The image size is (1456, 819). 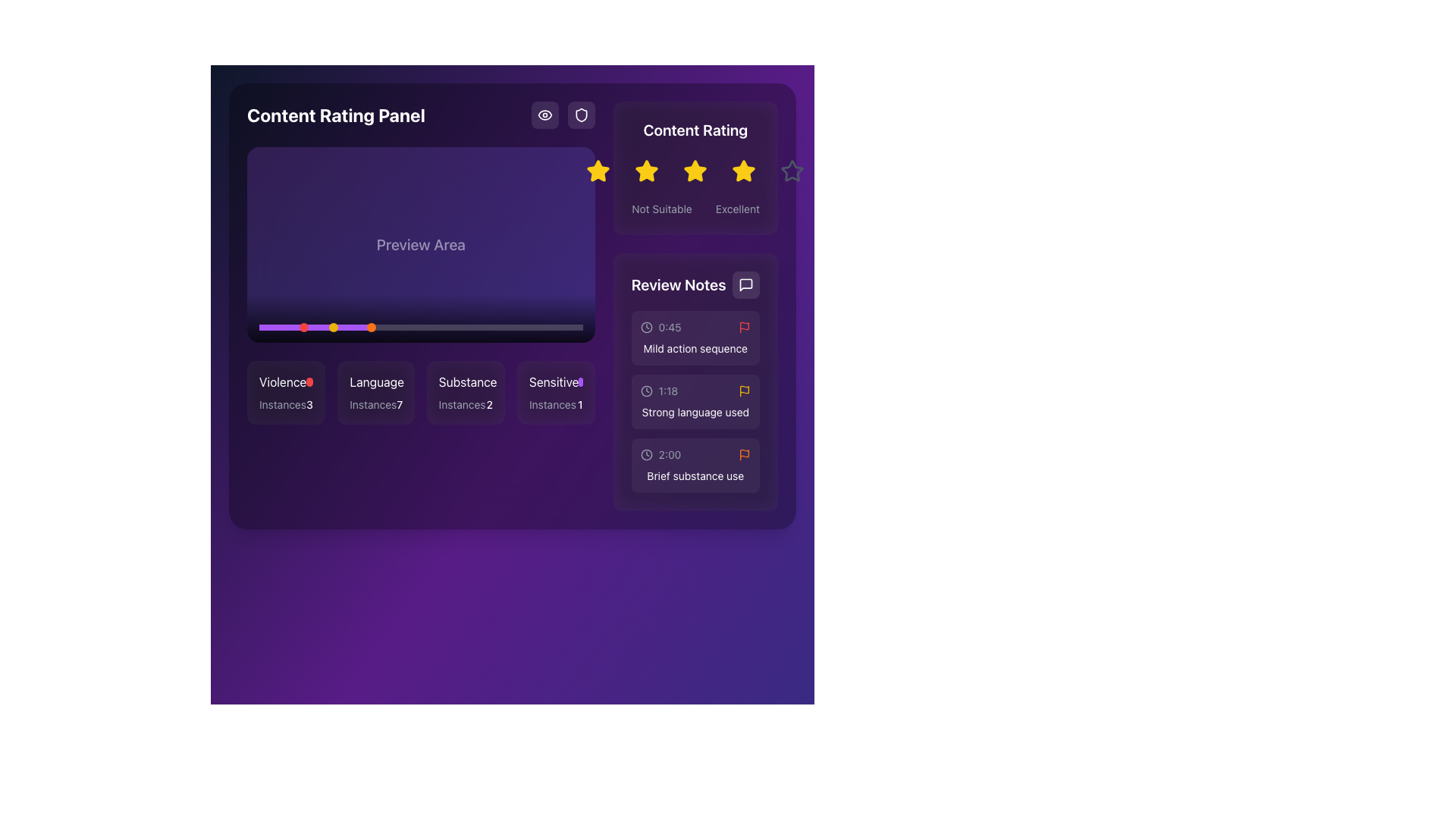 What do you see at coordinates (695, 412) in the screenshot?
I see `the text label displaying 'Strong language used' in the 'Review Notes' section, which is styled in white on a dark background and positioned between the notes 'Mild action sequence' and 'Brief substance use'` at bounding box center [695, 412].